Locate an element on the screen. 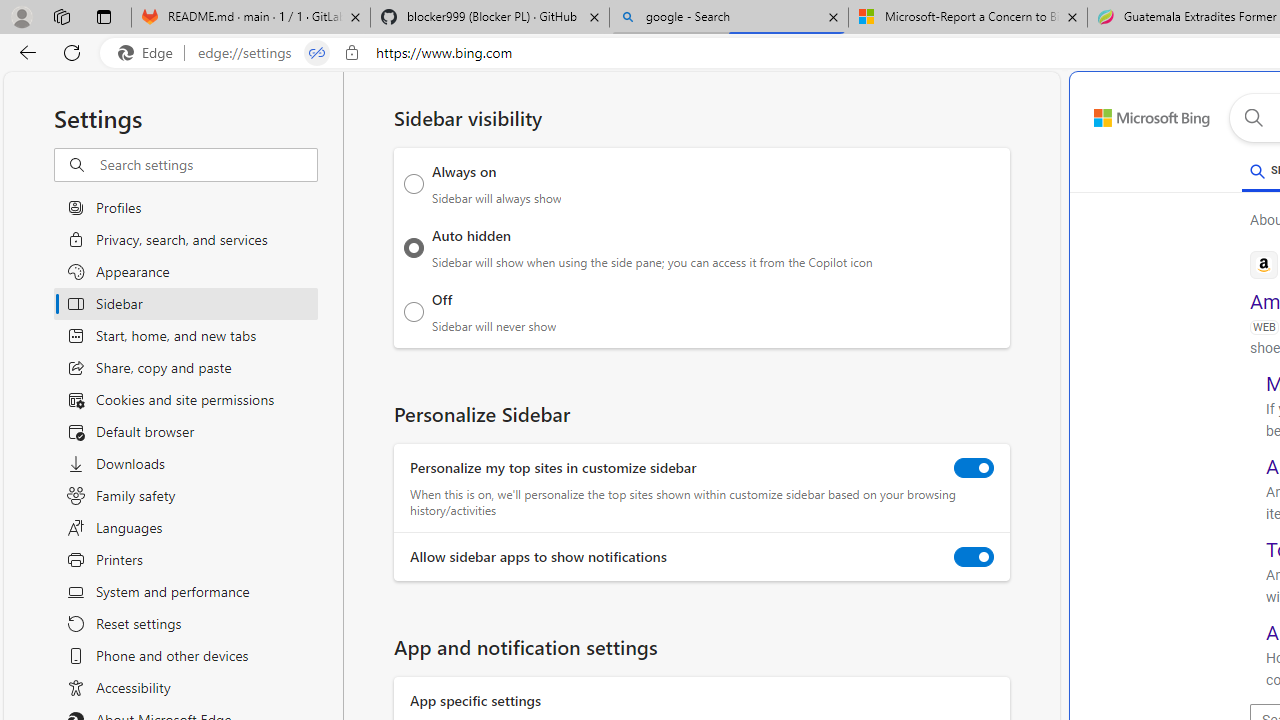 The height and width of the screenshot is (720, 1280). 'google - Search' is located at coordinates (728, 17).